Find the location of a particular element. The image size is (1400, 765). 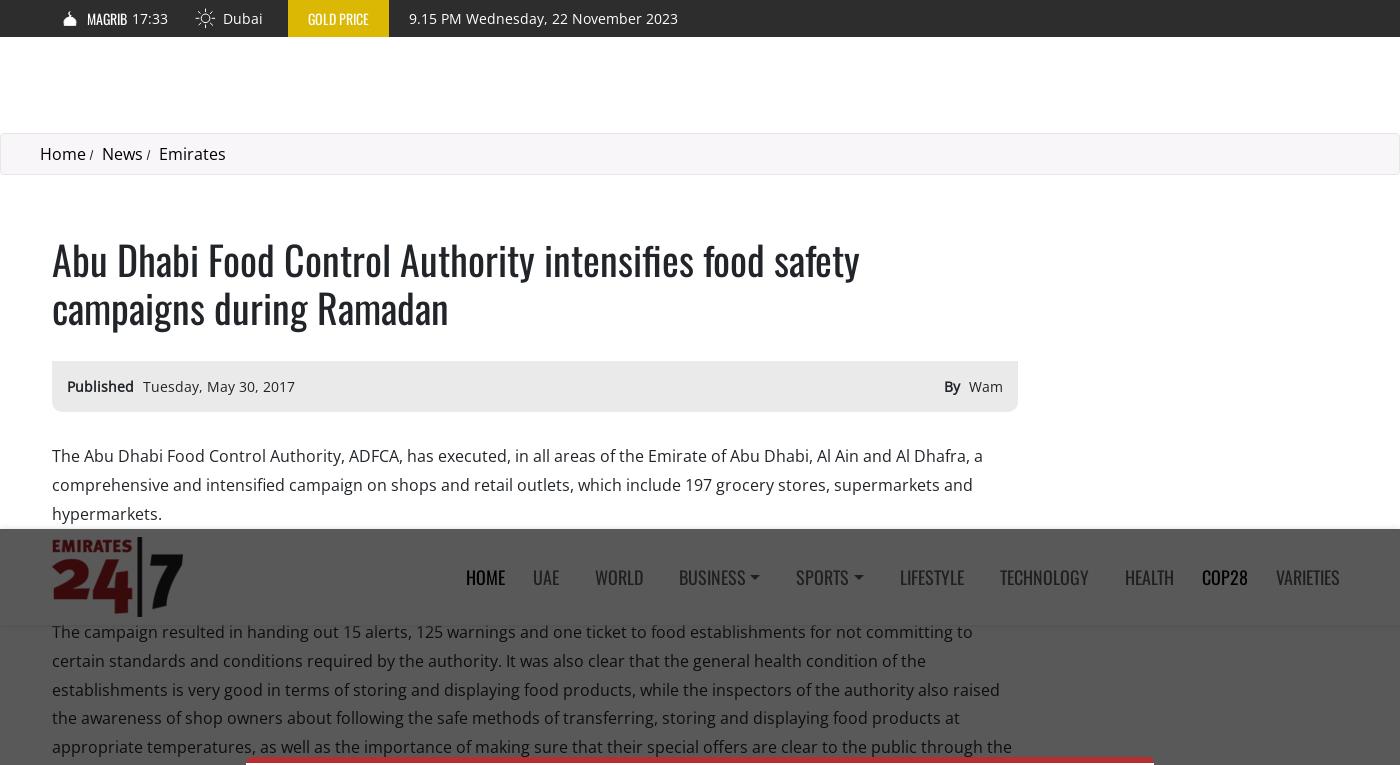

'Varieties' is located at coordinates (1308, 46).